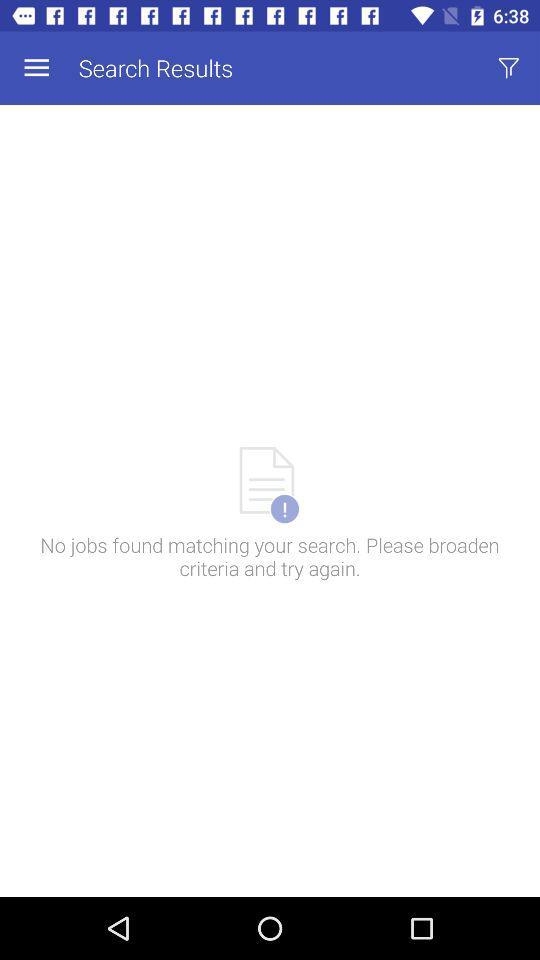  Describe the element at coordinates (36, 68) in the screenshot. I see `the item above no jobs found` at that location.